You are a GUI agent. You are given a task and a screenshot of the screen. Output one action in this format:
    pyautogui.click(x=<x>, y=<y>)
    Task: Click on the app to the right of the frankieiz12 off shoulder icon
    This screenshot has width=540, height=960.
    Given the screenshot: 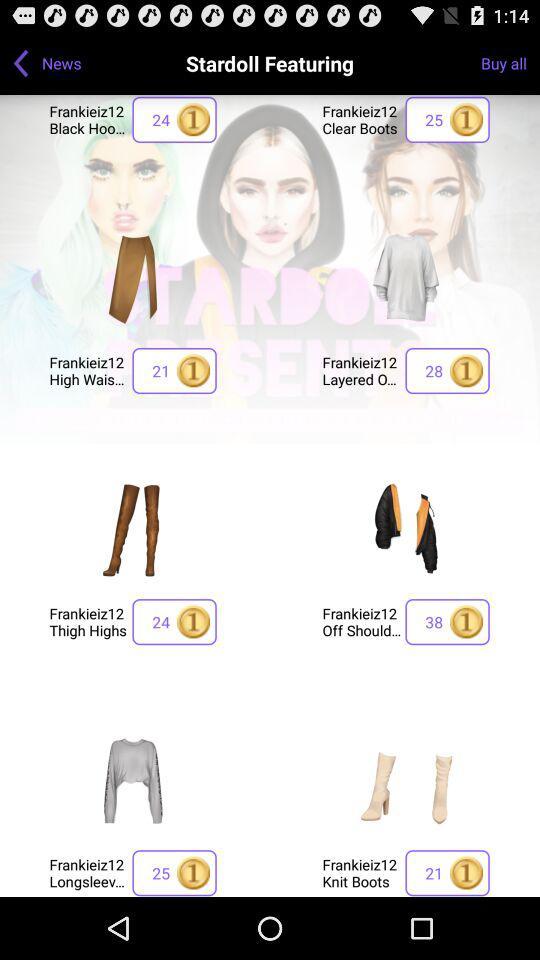 What is the action you would take?
    pyautogui.click(x=447, y=620)
    